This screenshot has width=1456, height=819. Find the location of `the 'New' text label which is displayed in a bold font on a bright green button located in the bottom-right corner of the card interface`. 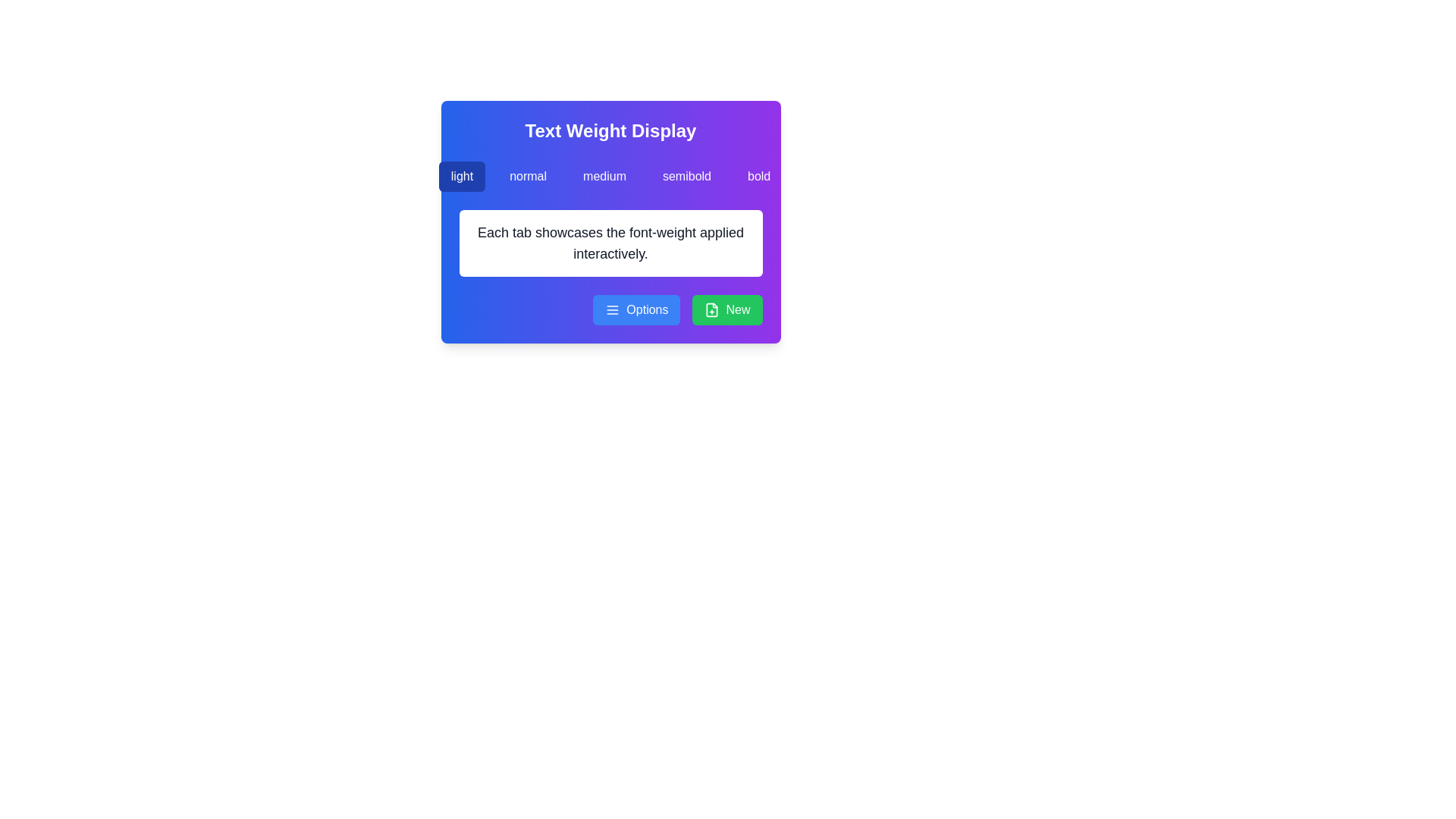

the 'New' text label which is displayed in a bold font on a bright green button located in the bottom-right corner of the card interface is located at coordinates (738, 309).